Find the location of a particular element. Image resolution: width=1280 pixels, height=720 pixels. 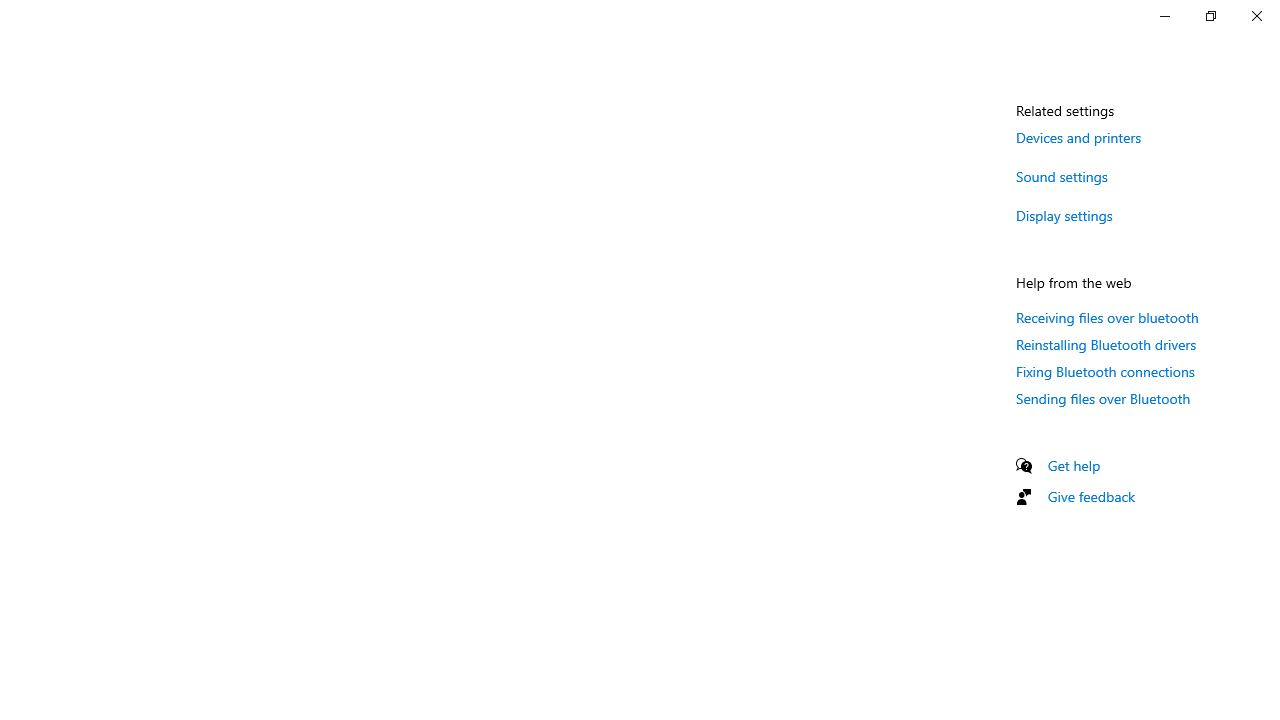

'Get help' is located at coordinates (1073, 465).